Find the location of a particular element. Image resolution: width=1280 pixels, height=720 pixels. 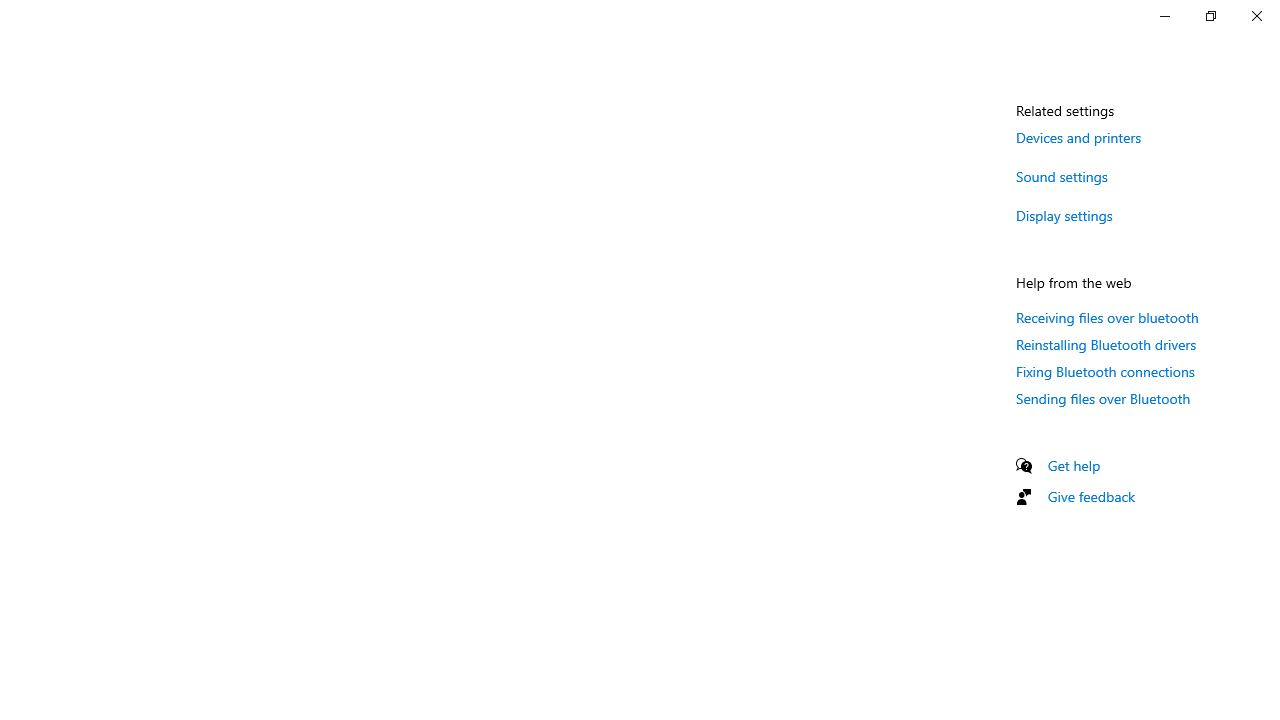

'Get help' is located at coordinates (1073, 465).